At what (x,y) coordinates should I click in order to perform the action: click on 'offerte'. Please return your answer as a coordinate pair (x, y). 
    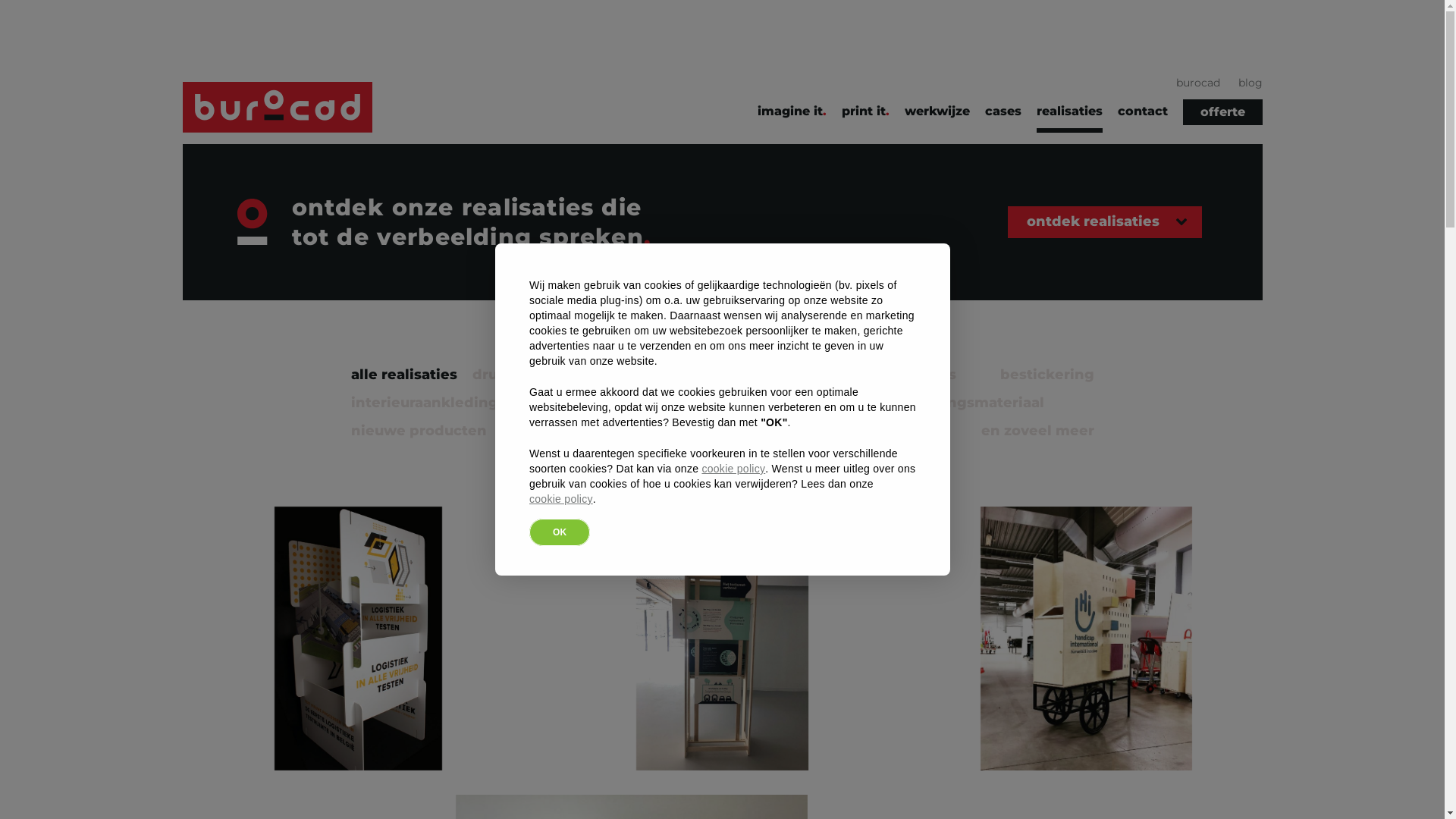
    Looking at the image, I should click on (1222, 111).